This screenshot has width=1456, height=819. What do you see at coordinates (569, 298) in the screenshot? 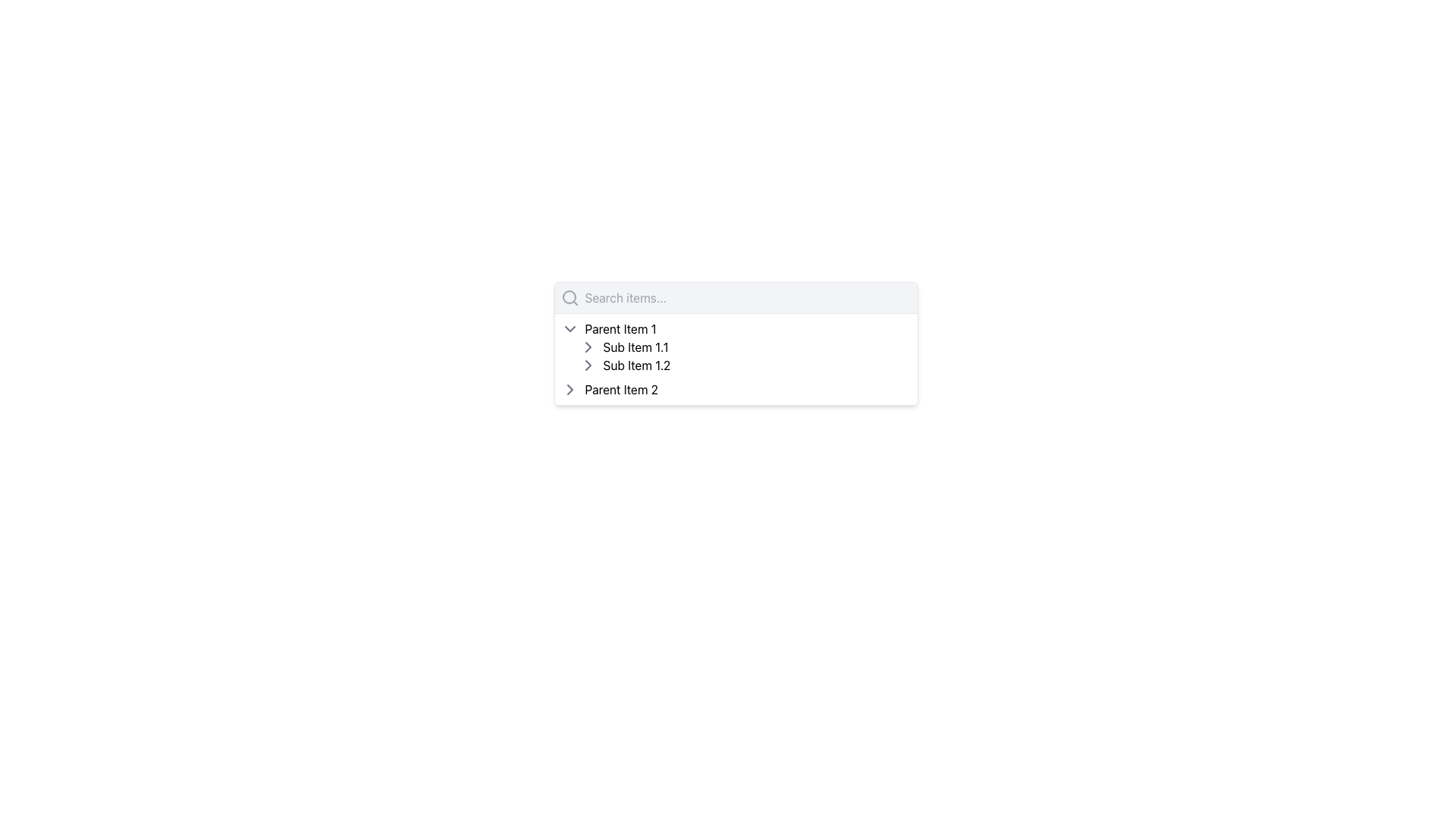
I see `the magnifying glass icon, which is located on the left side of the top section before the 'Search items...' text input field in the dropdown menu` at bounding box center [569, 298].